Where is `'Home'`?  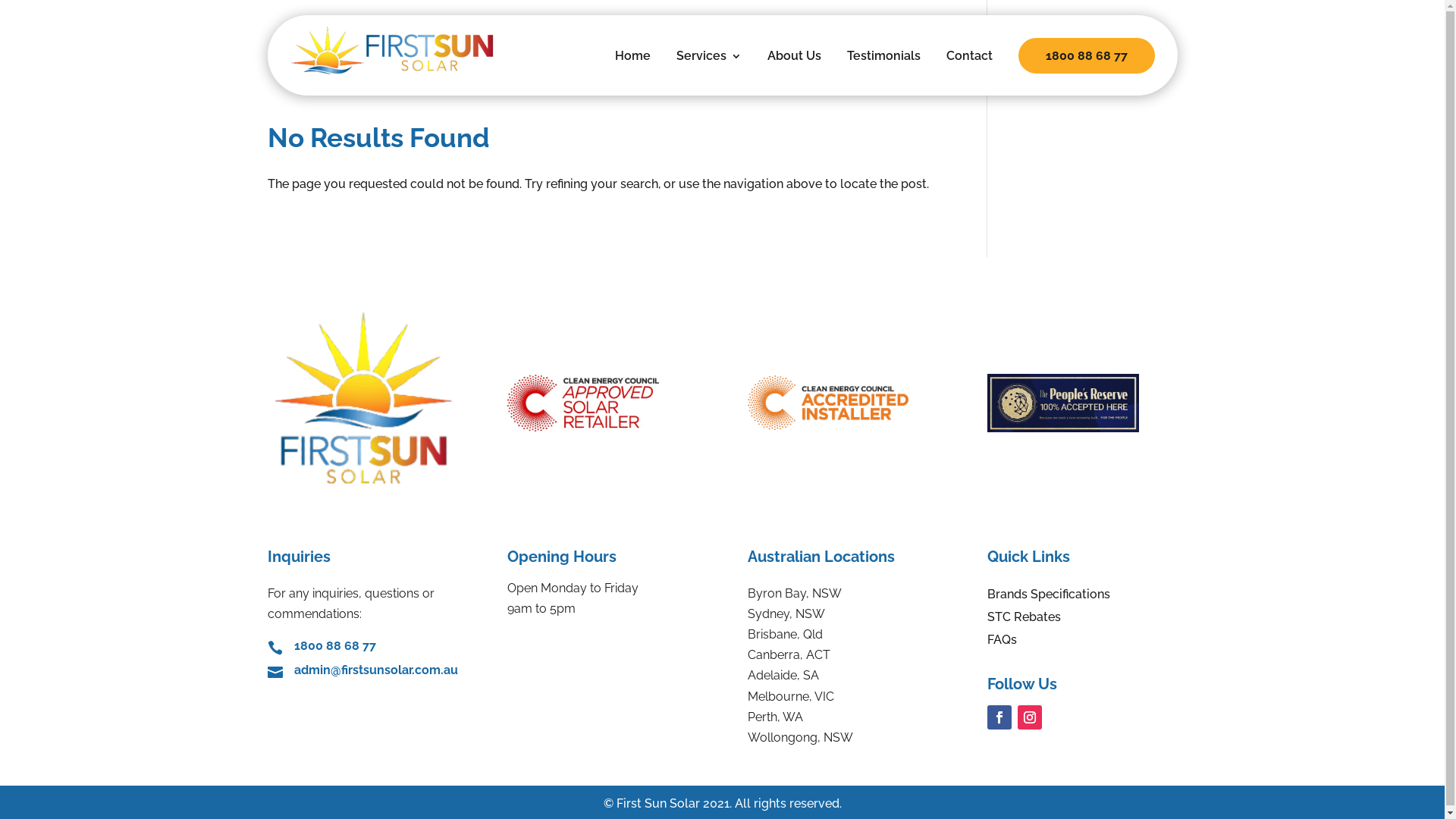 'Home' is located at coordinates (632, 66).